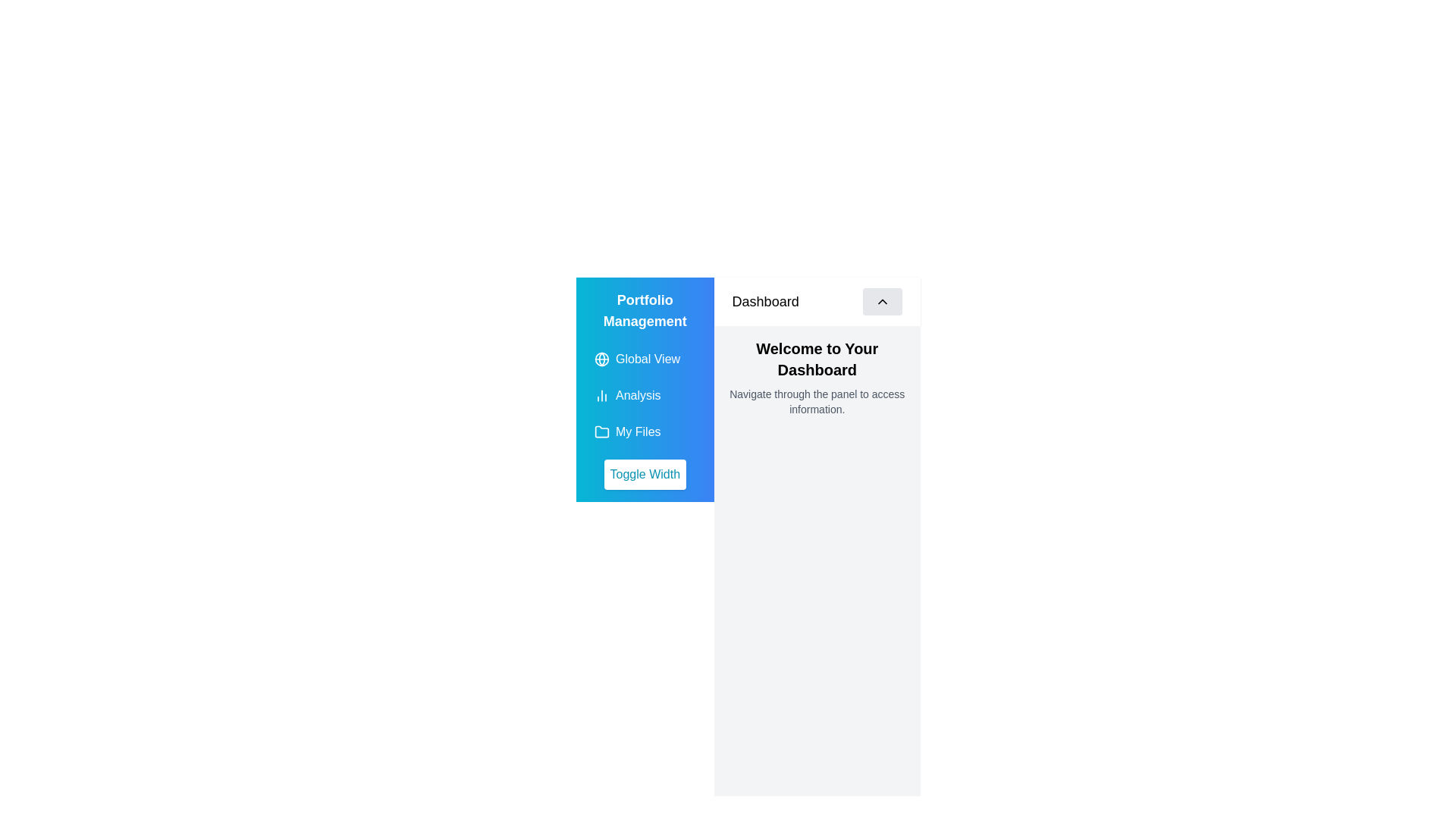 The width and height of the screenshot is (1456, 819). I want to click on the 'Analysis' menu item in the vertical navigation menu for exploring analytics, so click(645, 394).